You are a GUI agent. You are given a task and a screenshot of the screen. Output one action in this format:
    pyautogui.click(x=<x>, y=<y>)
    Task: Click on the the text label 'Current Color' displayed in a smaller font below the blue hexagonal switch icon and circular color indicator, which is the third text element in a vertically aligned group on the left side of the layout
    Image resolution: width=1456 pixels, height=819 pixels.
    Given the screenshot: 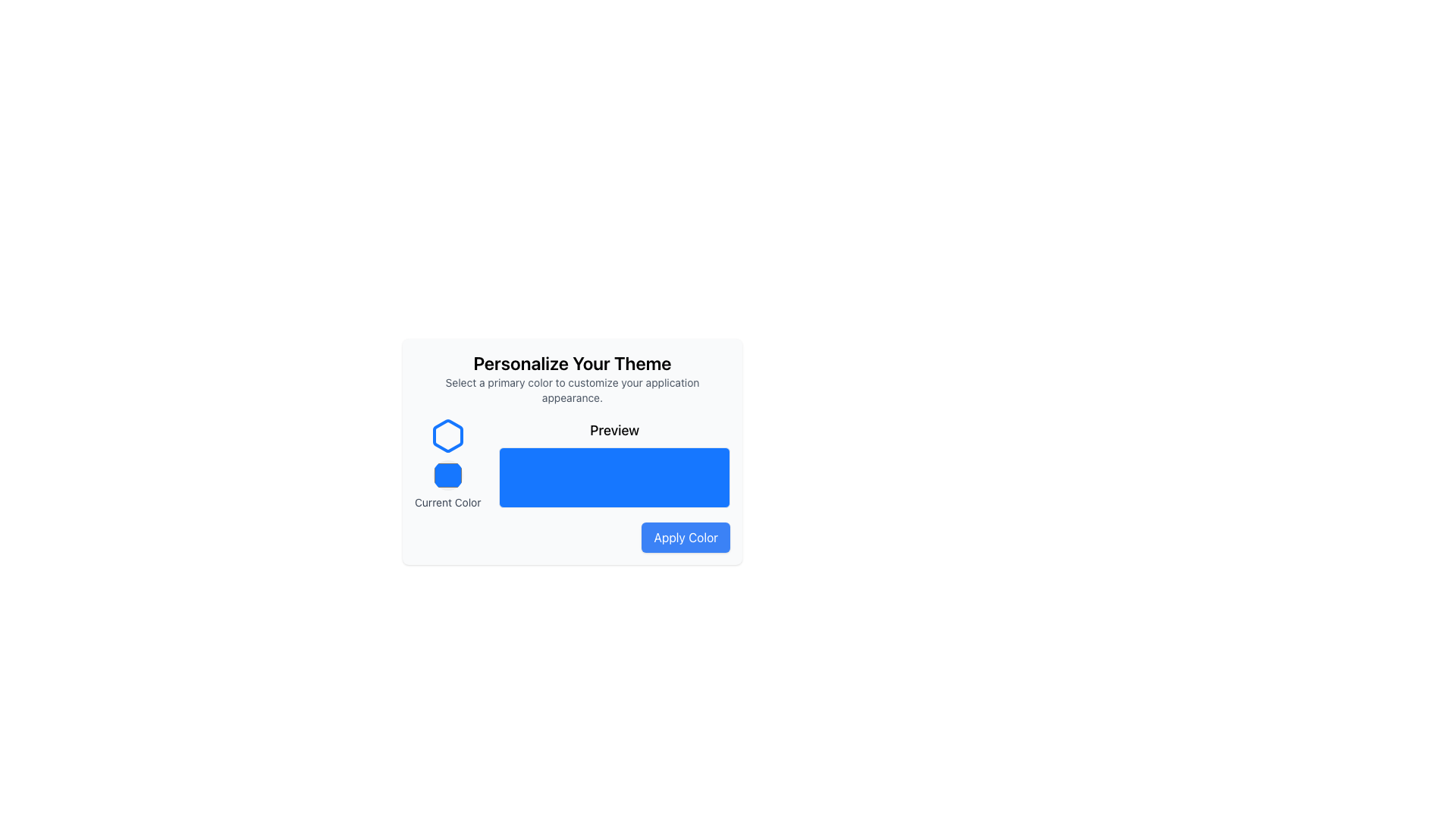 What is the action you would take?
    pyautogui.click(x=447, y=463)
    